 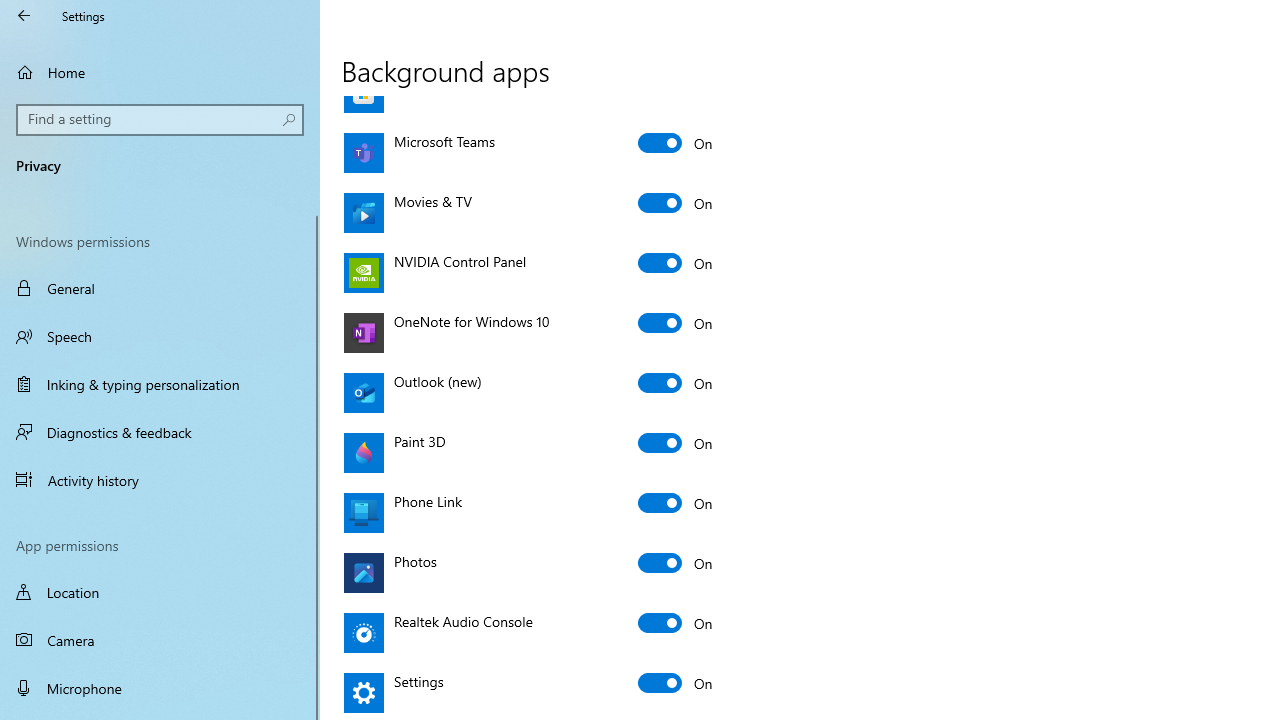 I want to click on 'Location', so click(x=160, y=591).